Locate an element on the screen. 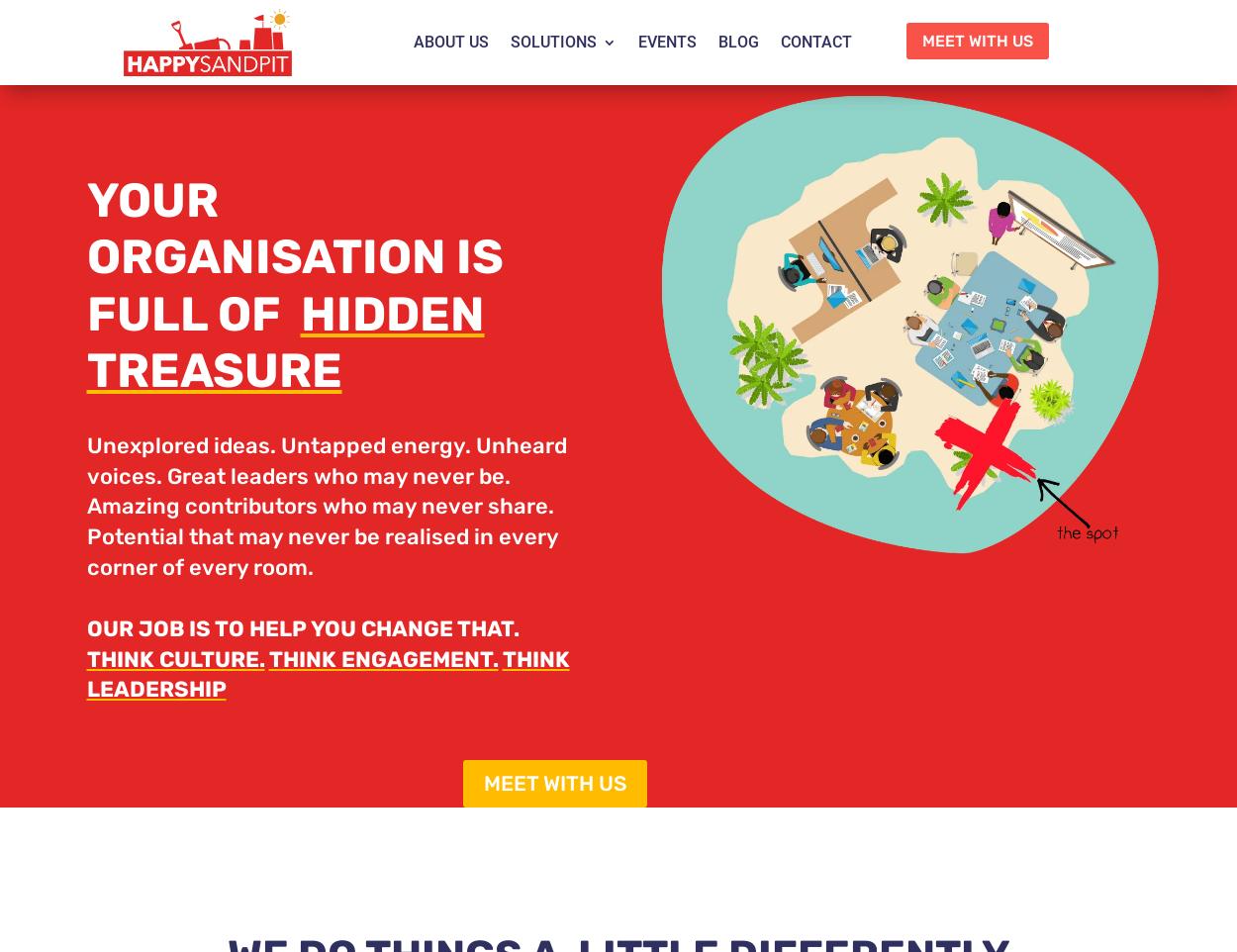 The height and width of the screenshot is (952, 1237). 'Think leadership' is located at coordinates (327, 672).